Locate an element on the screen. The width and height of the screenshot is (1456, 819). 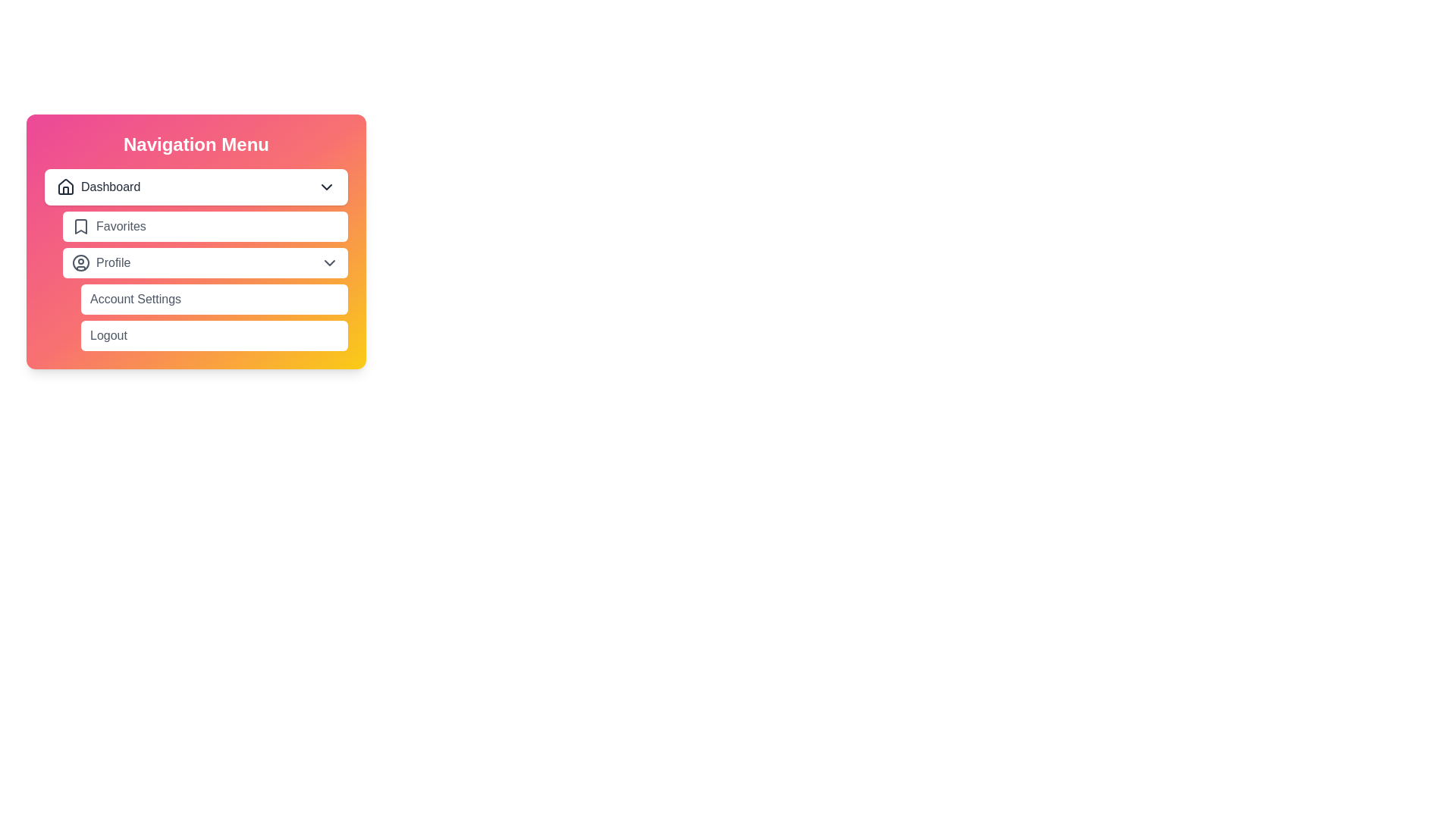
the downward-pointing chevron icon with a thin black stroke located at the far right of the 'Profile' menu item is located at coordinates (329, 262).